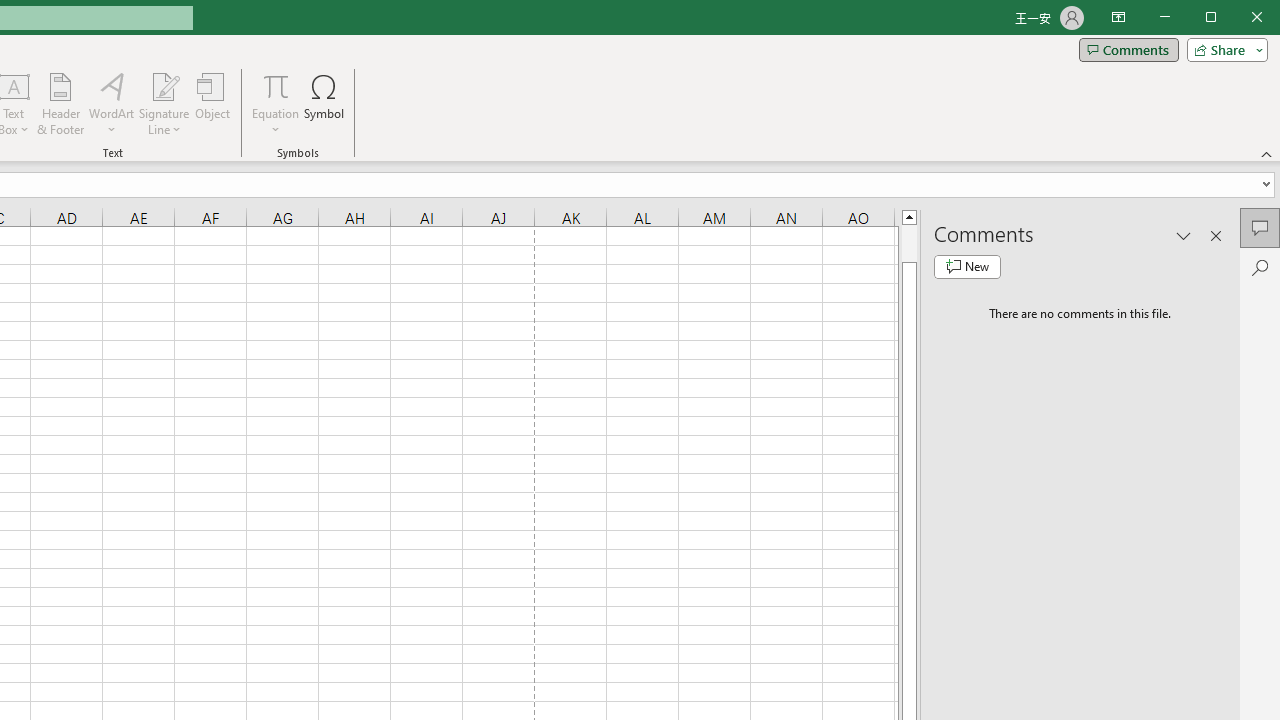 This screenshot has height=720, width=1280. Describe the element at coordinates (1222, 49) in the screenshot. I see `'Share'` at that location.